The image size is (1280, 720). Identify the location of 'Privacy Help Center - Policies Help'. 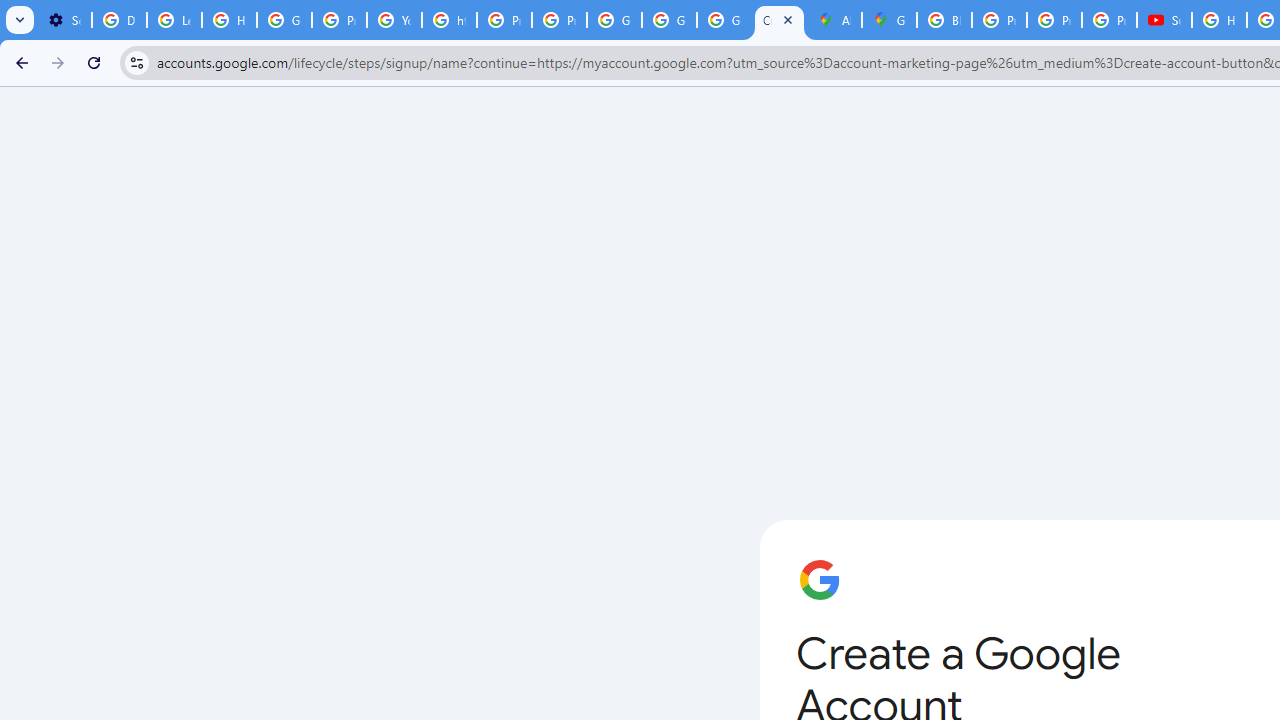
(999, 20).